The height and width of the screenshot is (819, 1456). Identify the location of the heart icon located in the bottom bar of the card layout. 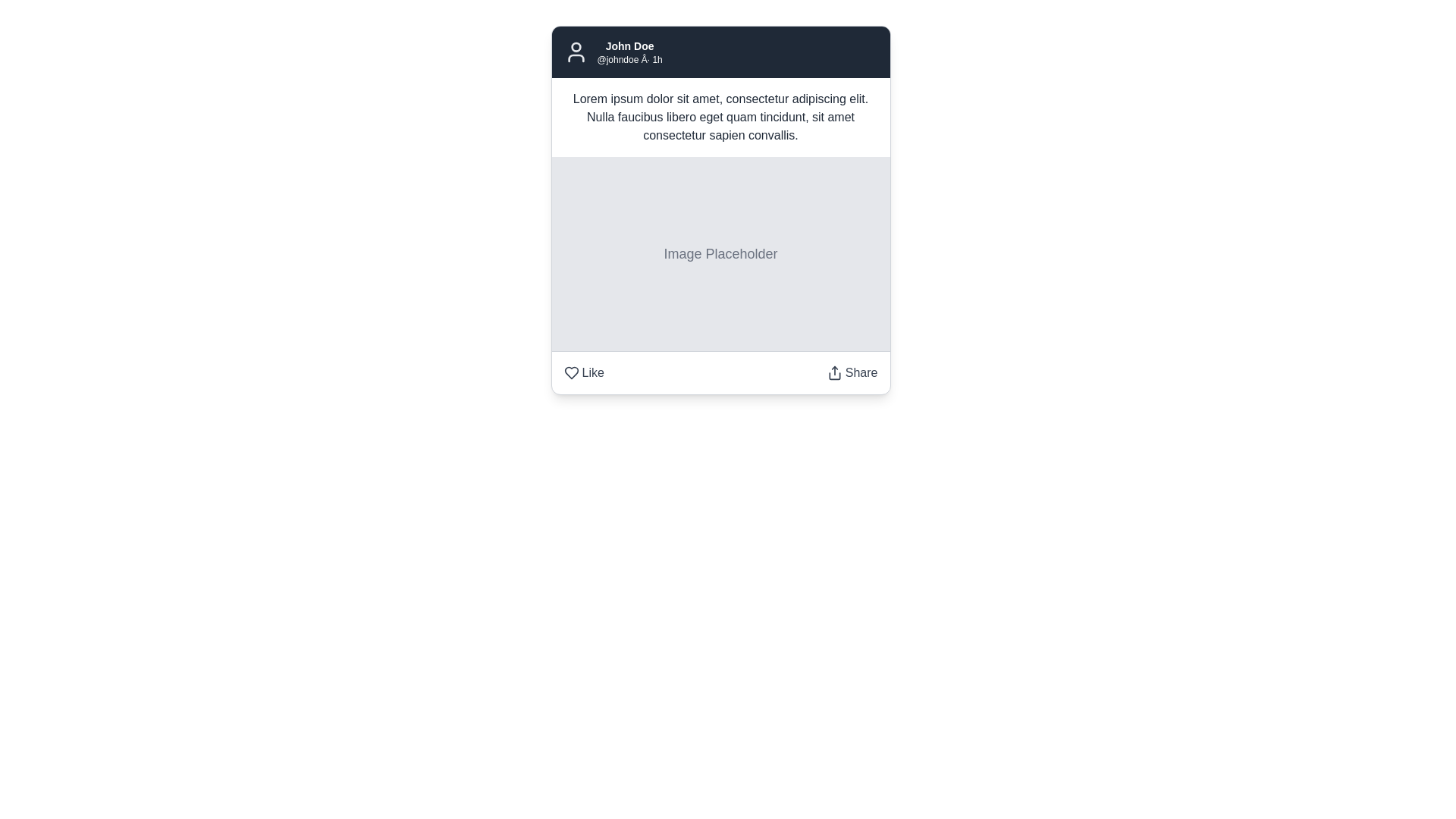
(570, 373).